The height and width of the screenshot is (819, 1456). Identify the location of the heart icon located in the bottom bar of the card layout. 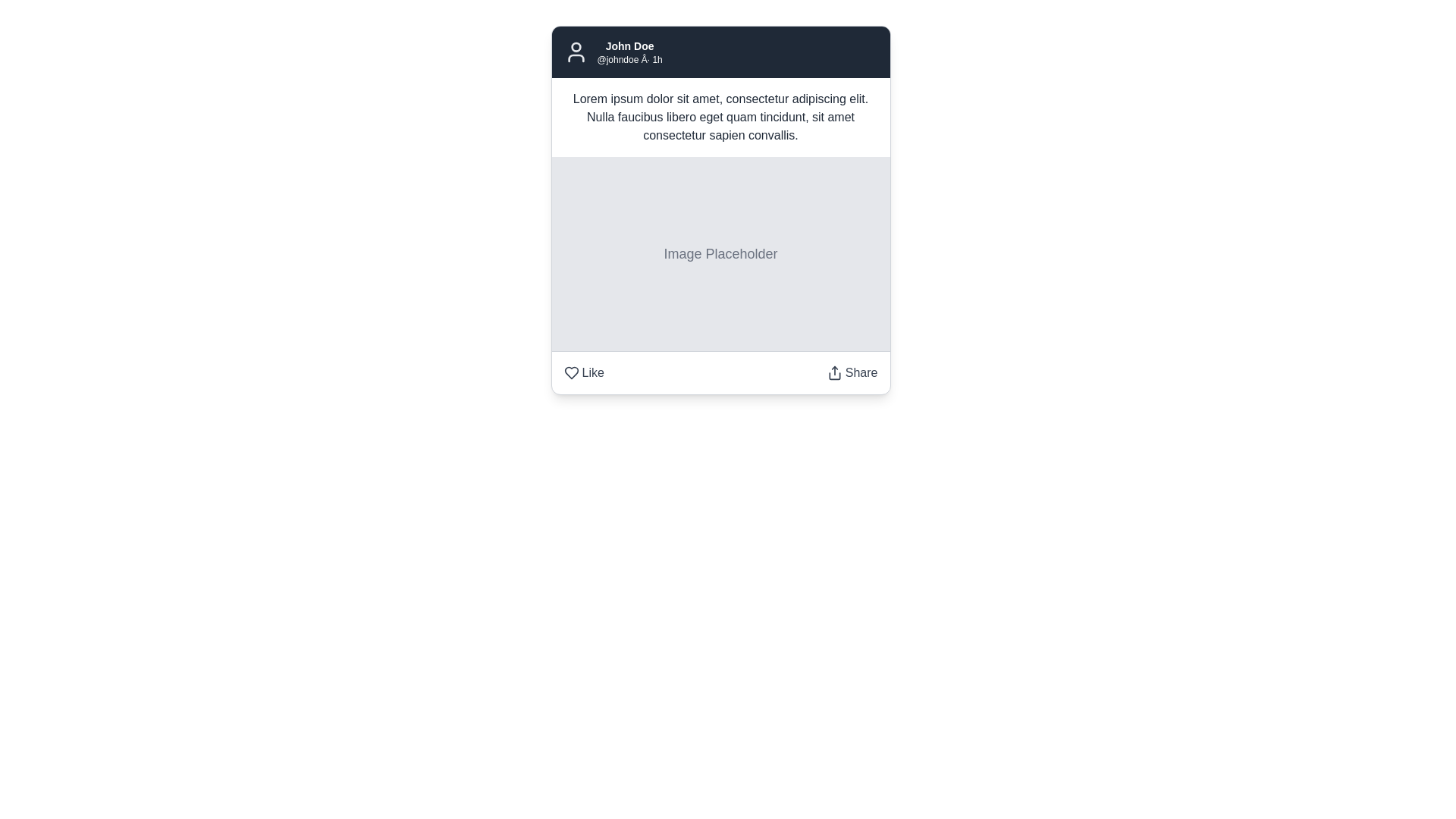
(570, 373).